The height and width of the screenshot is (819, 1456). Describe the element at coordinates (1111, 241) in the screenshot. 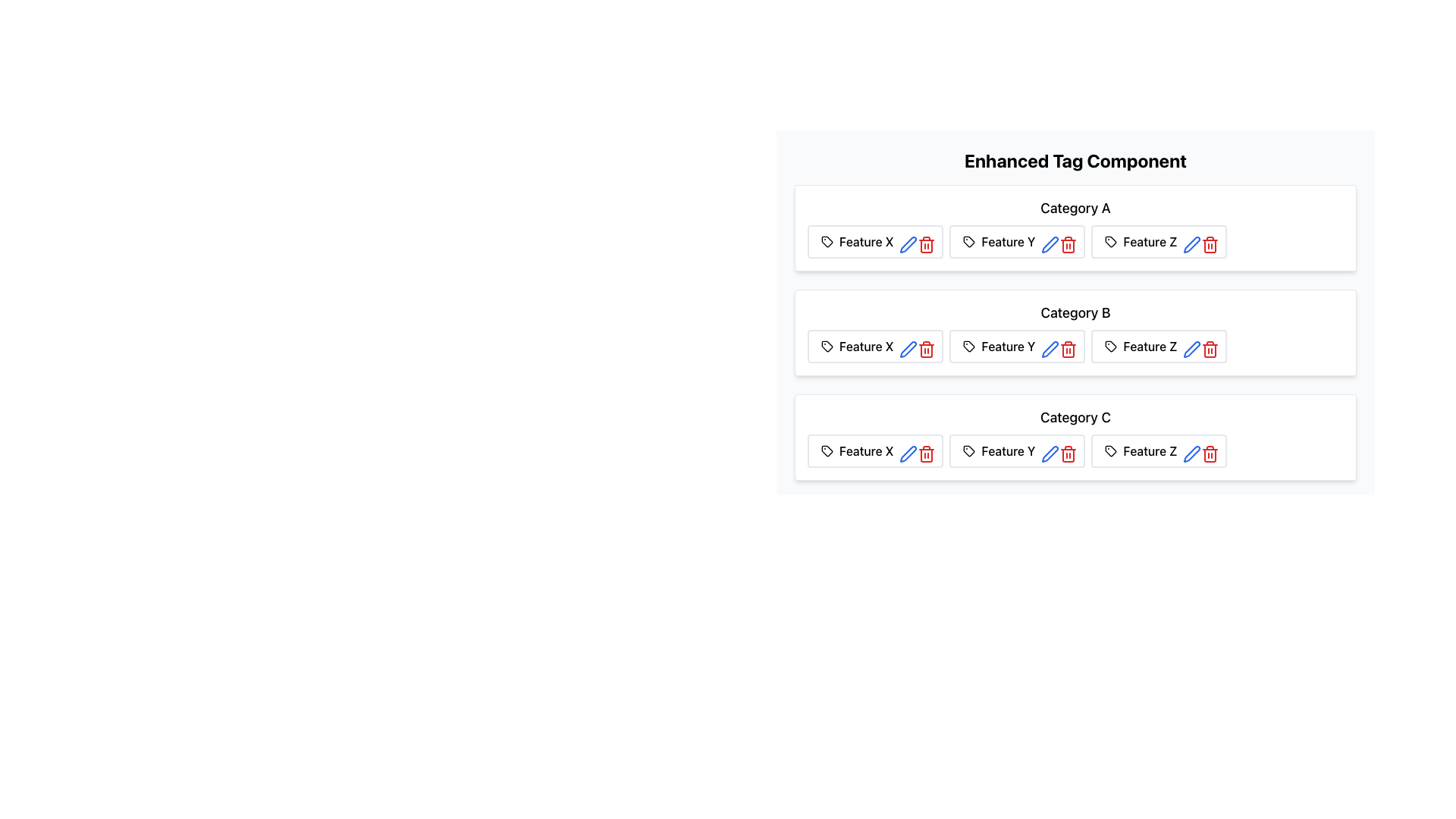

I see `the leftmost icon in the 'Category A' section of the 'Enhanced Tag Component', which represents a tag or identifier for 'Feature Z'` at that location.